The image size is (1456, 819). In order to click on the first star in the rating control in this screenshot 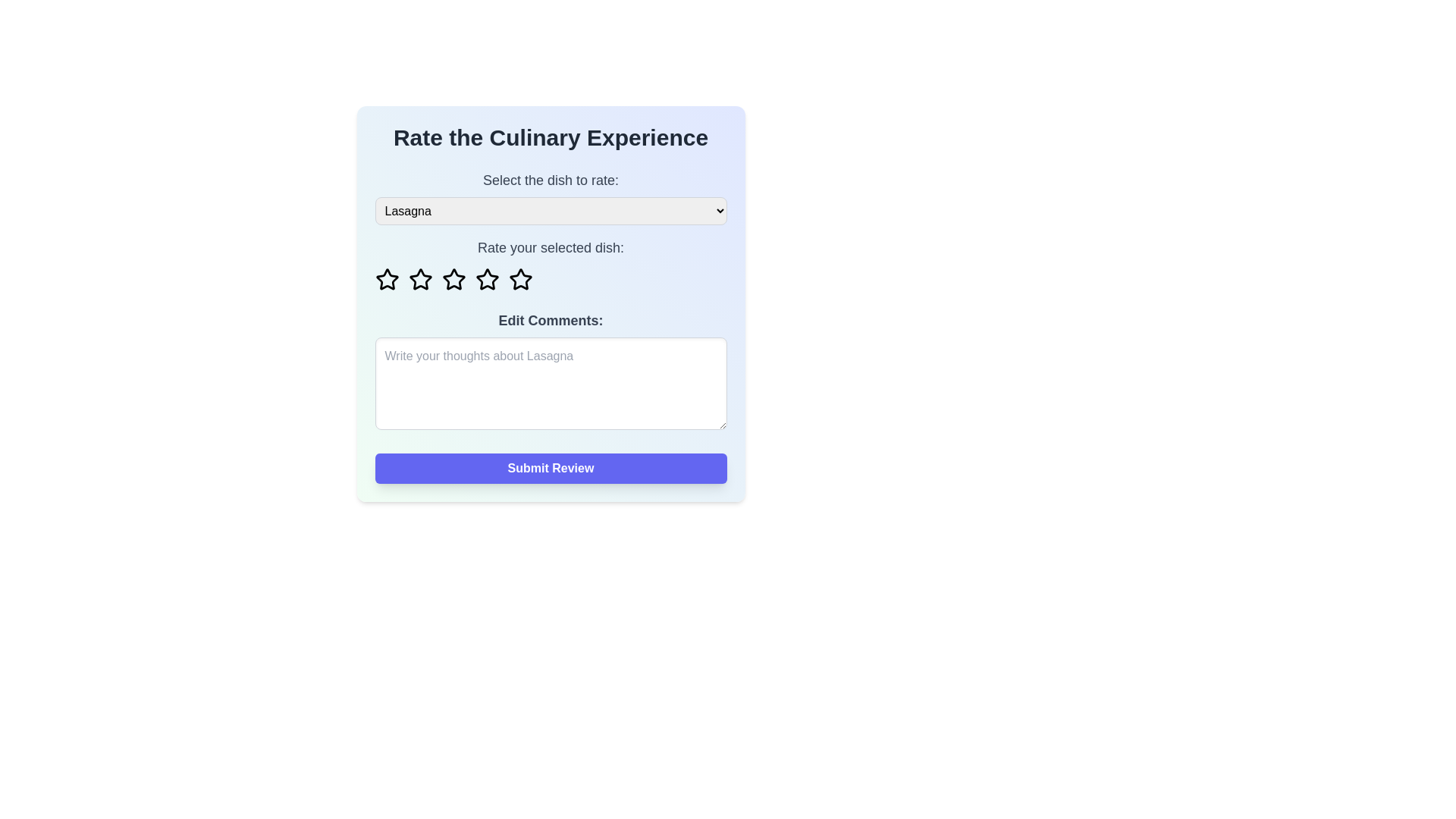, I will do `click(387, 279)`.